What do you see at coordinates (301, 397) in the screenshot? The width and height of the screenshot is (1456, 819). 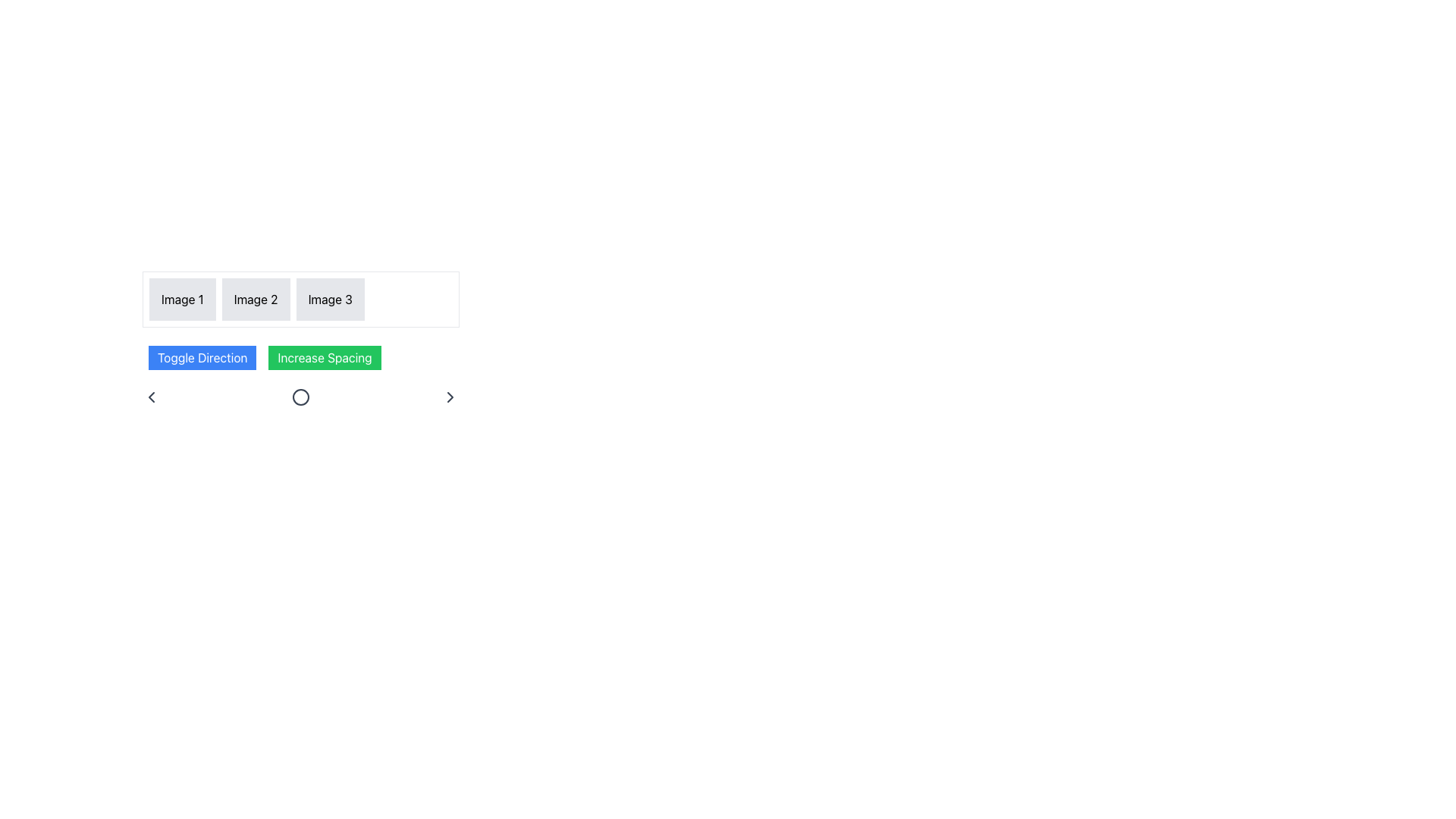 I see `the circular icon with a thin, dark border and transparent fill, located between the left and right arrow icons` at bounding box center [301, 397].